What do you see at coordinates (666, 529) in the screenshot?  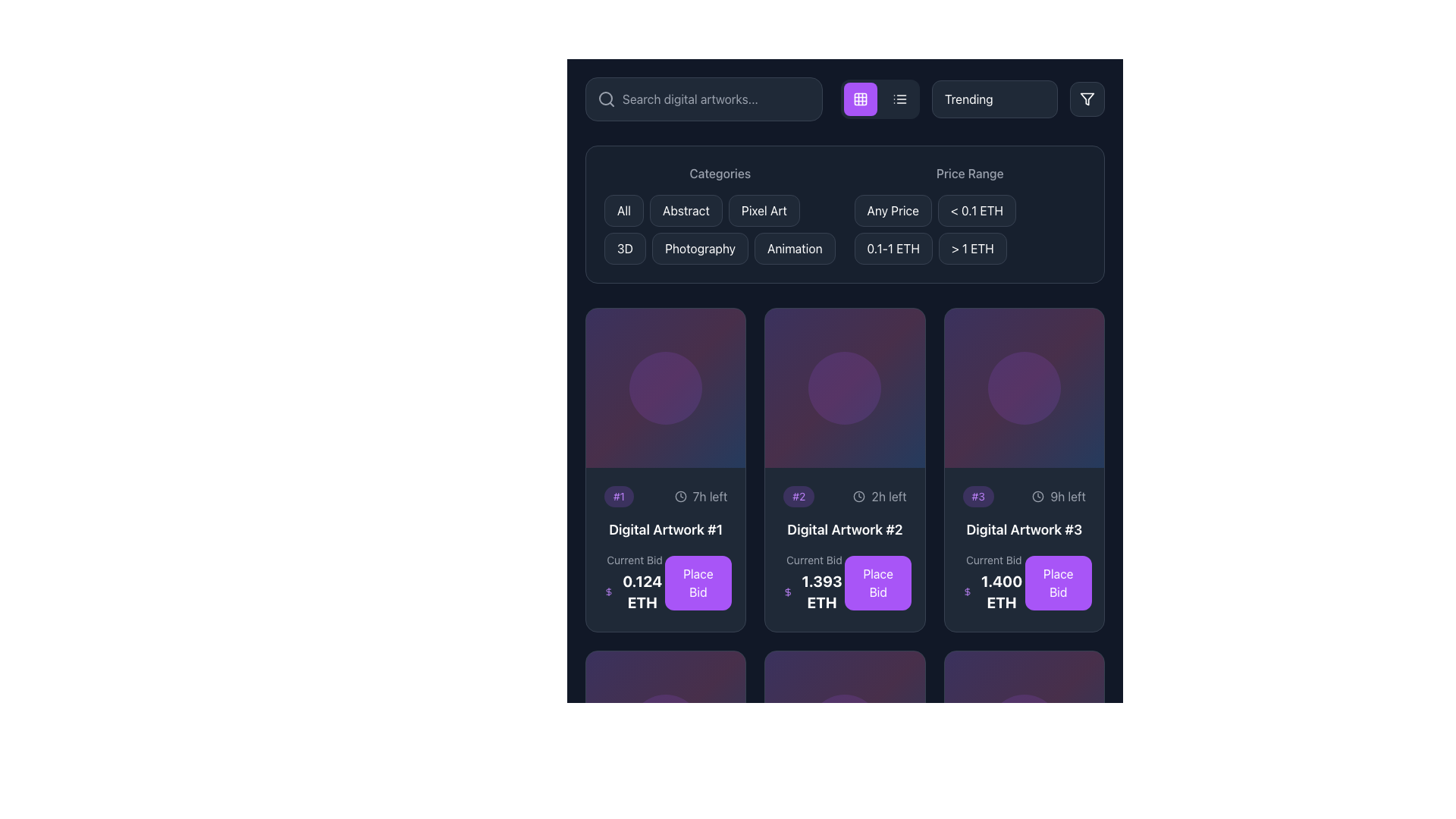 I see `the title text label of the digital artwork card, which is positioned above the 'Current Bid' and 'Place Bid' sections in the leftmost column` at bounding box center [666, 529].